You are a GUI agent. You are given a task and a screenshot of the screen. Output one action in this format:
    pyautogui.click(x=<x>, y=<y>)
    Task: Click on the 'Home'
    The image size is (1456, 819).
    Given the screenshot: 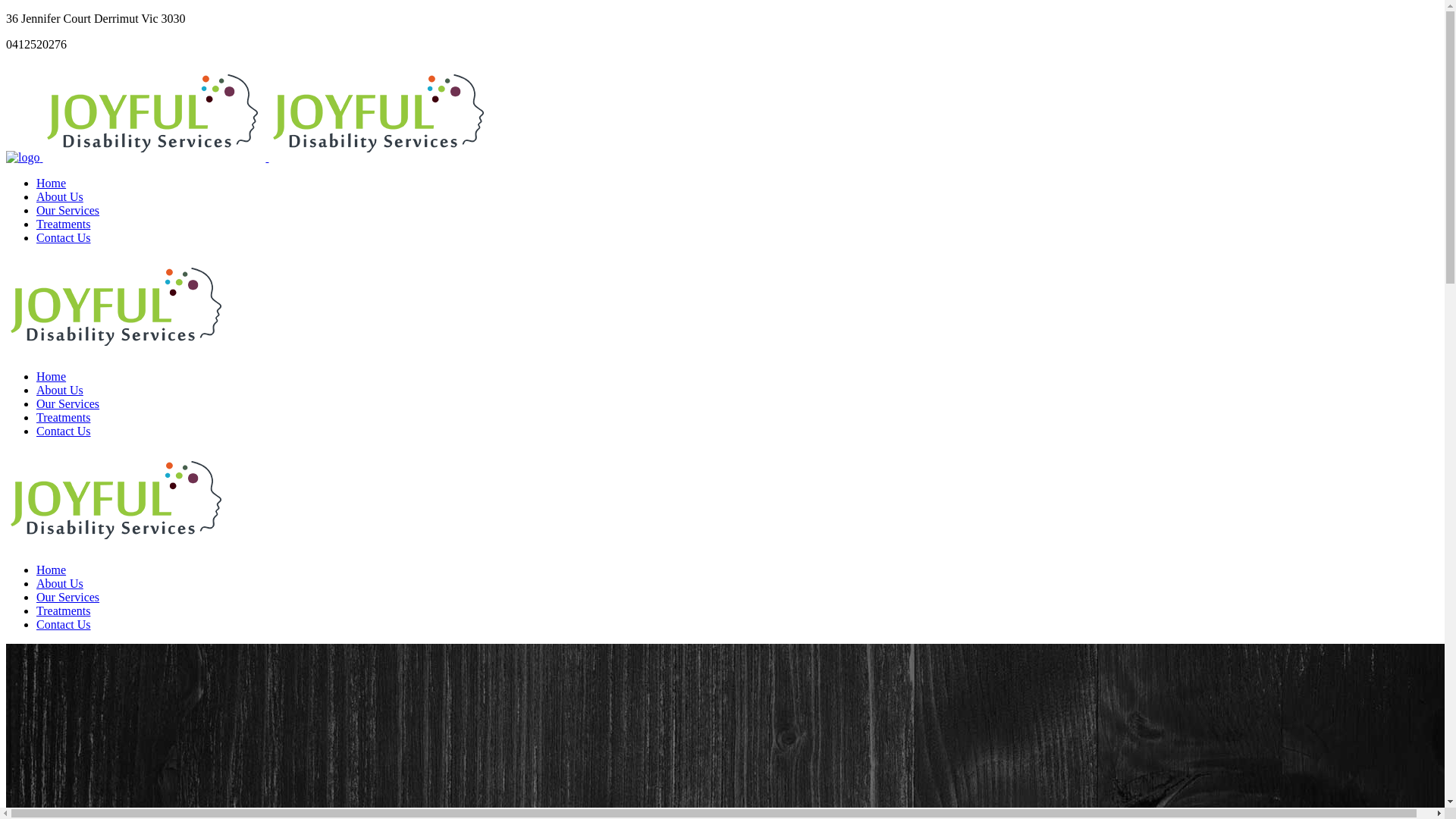 What is the action you would take?
    pyautogui.click(x=51, y=375)
    